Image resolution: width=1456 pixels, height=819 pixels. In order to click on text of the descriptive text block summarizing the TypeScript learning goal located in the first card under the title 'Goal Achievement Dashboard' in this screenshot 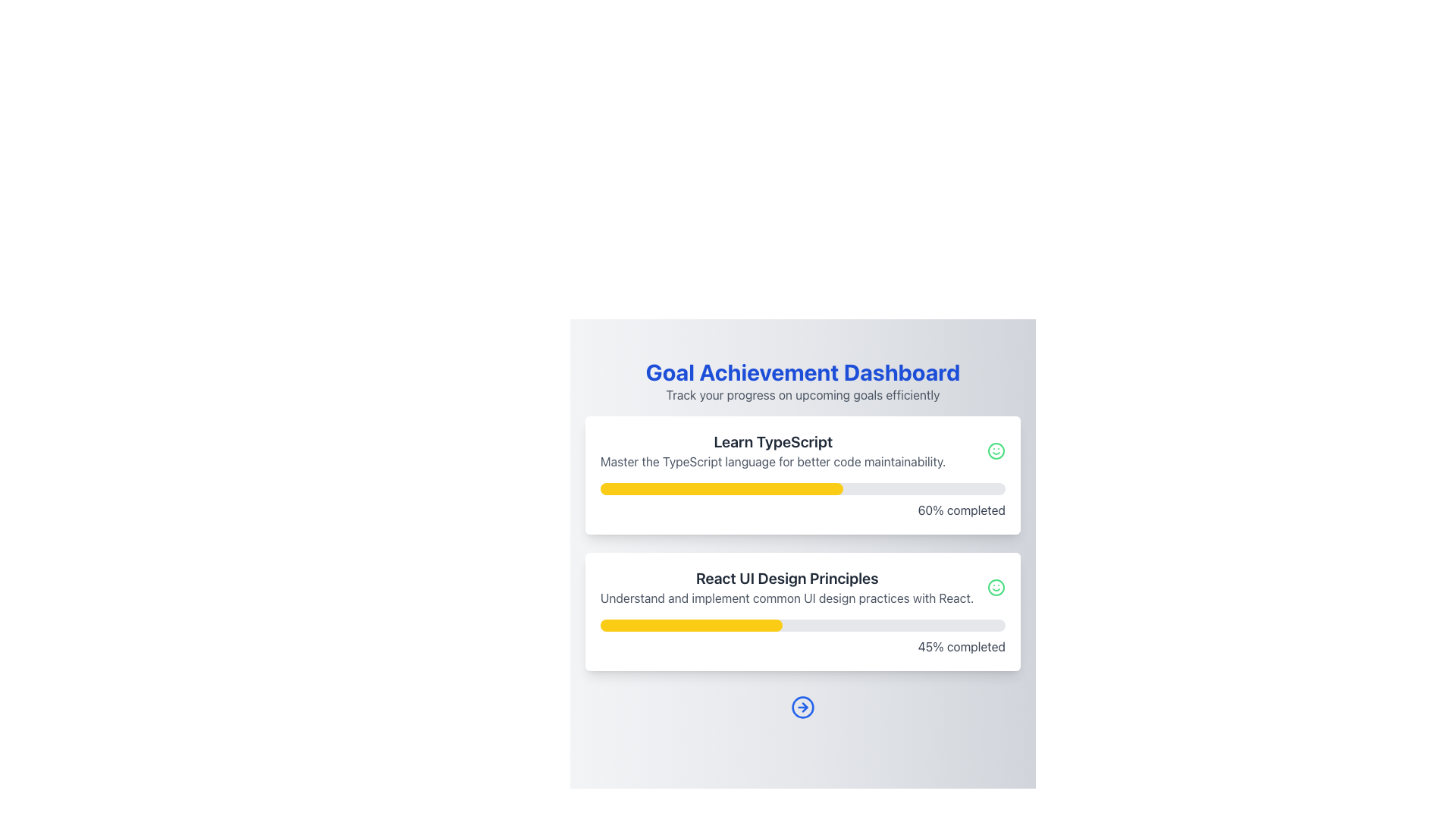, I will do `click(802, 450)`.